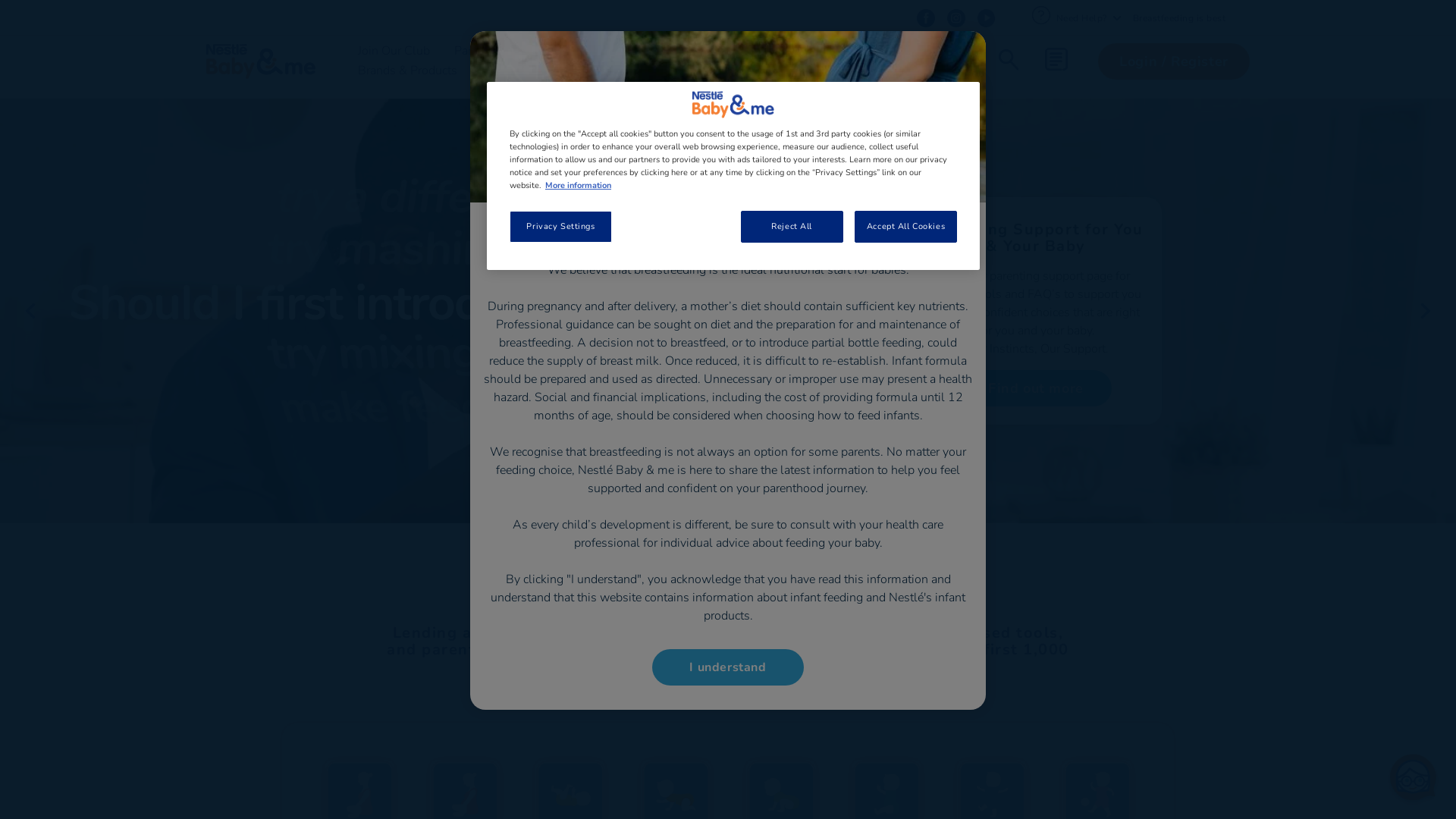 The image size is (1456, 819). Describe the element at coordinates (1178, 17) in the screenshot. I see `'Breastfeeding is best'` at that location.